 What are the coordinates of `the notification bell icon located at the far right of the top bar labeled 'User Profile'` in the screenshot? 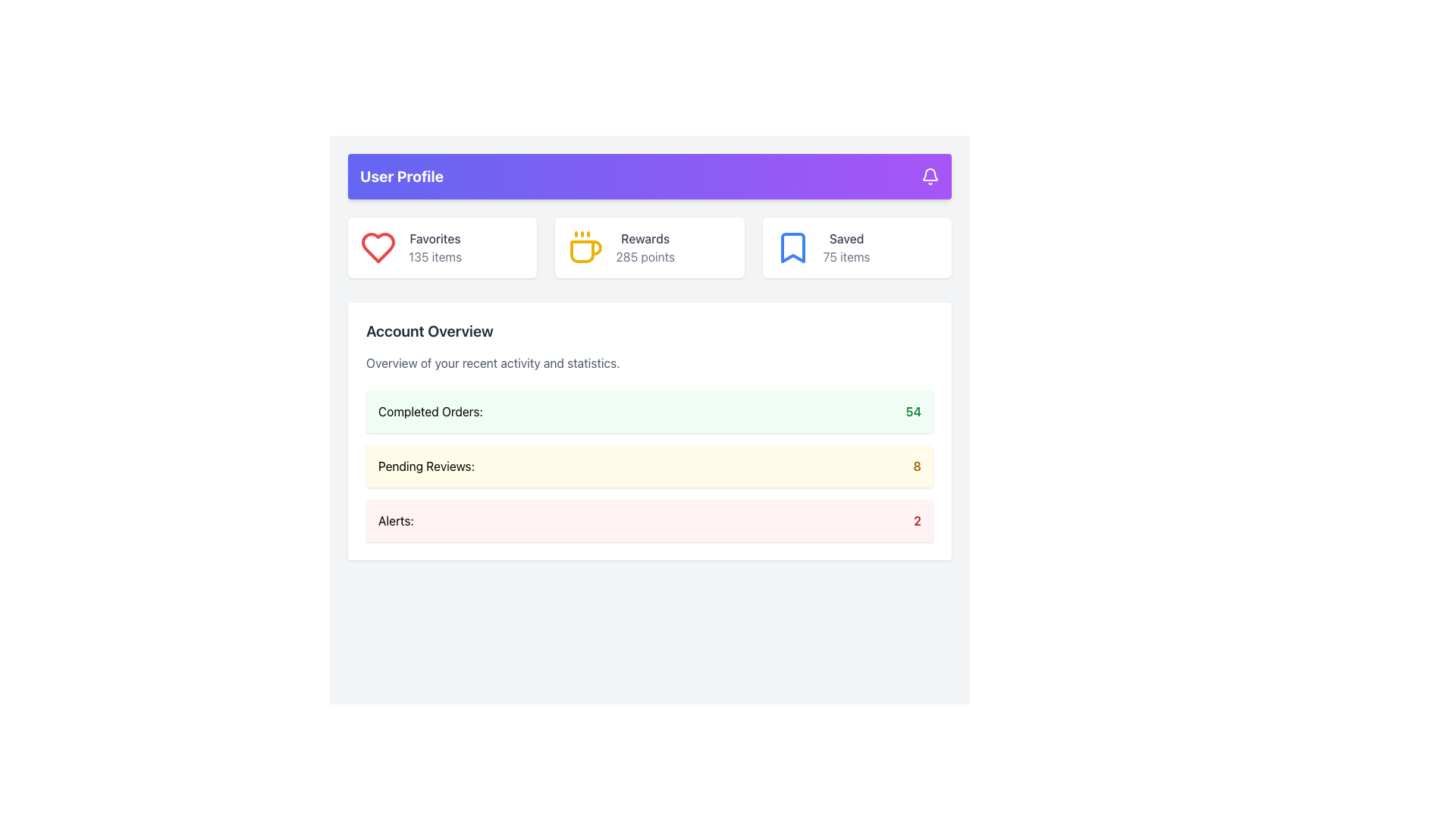 It's located at (930, 175).